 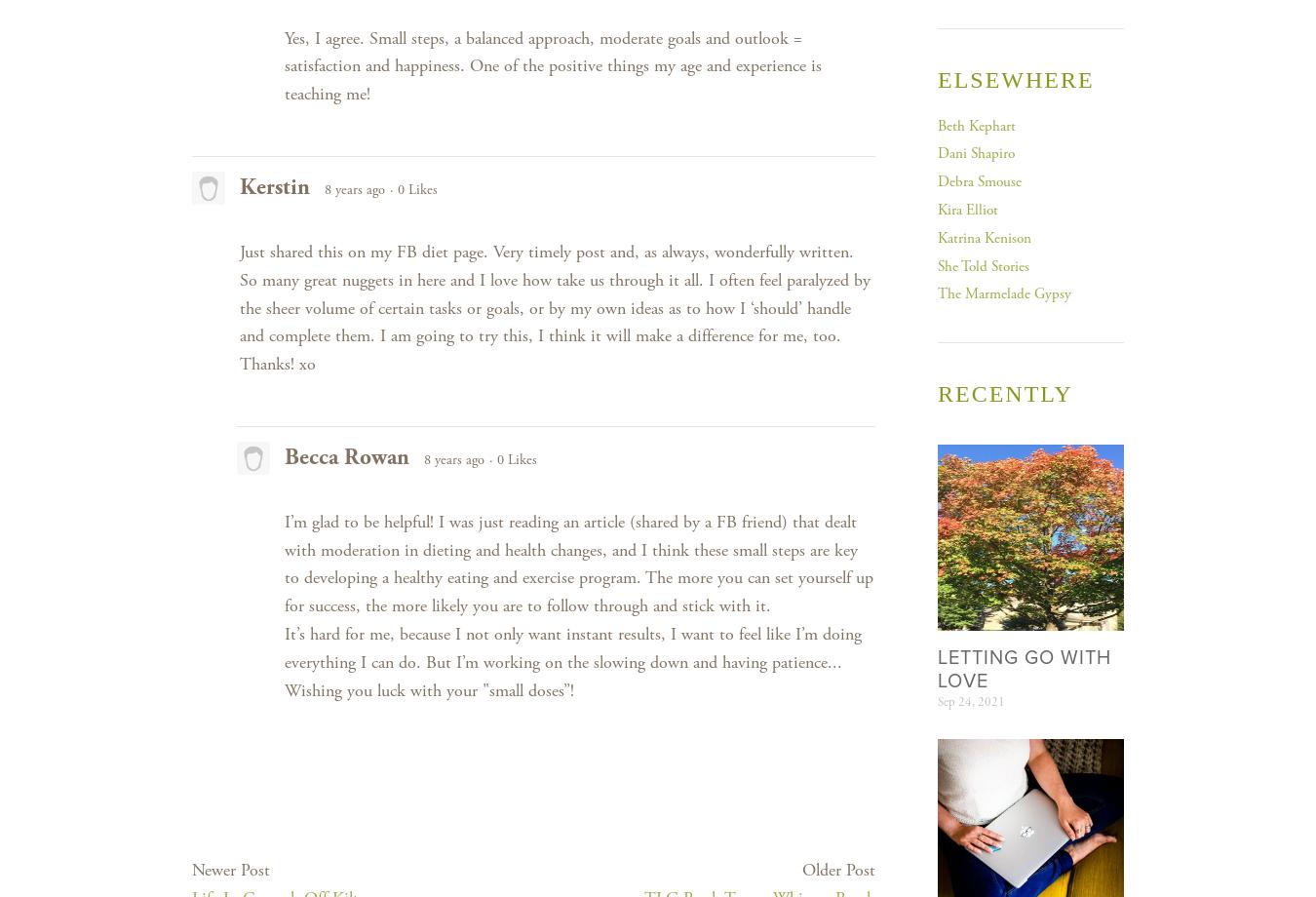 What do you see at coordinates (553, 65) in the screenshot?
I see `'Yes, I agree. Small steps, a balanced approach, moderate goals and outlook = satisfaction and happiness. One of the positive things my age and experience is teaching me!'` at bounding box center [553, 65].